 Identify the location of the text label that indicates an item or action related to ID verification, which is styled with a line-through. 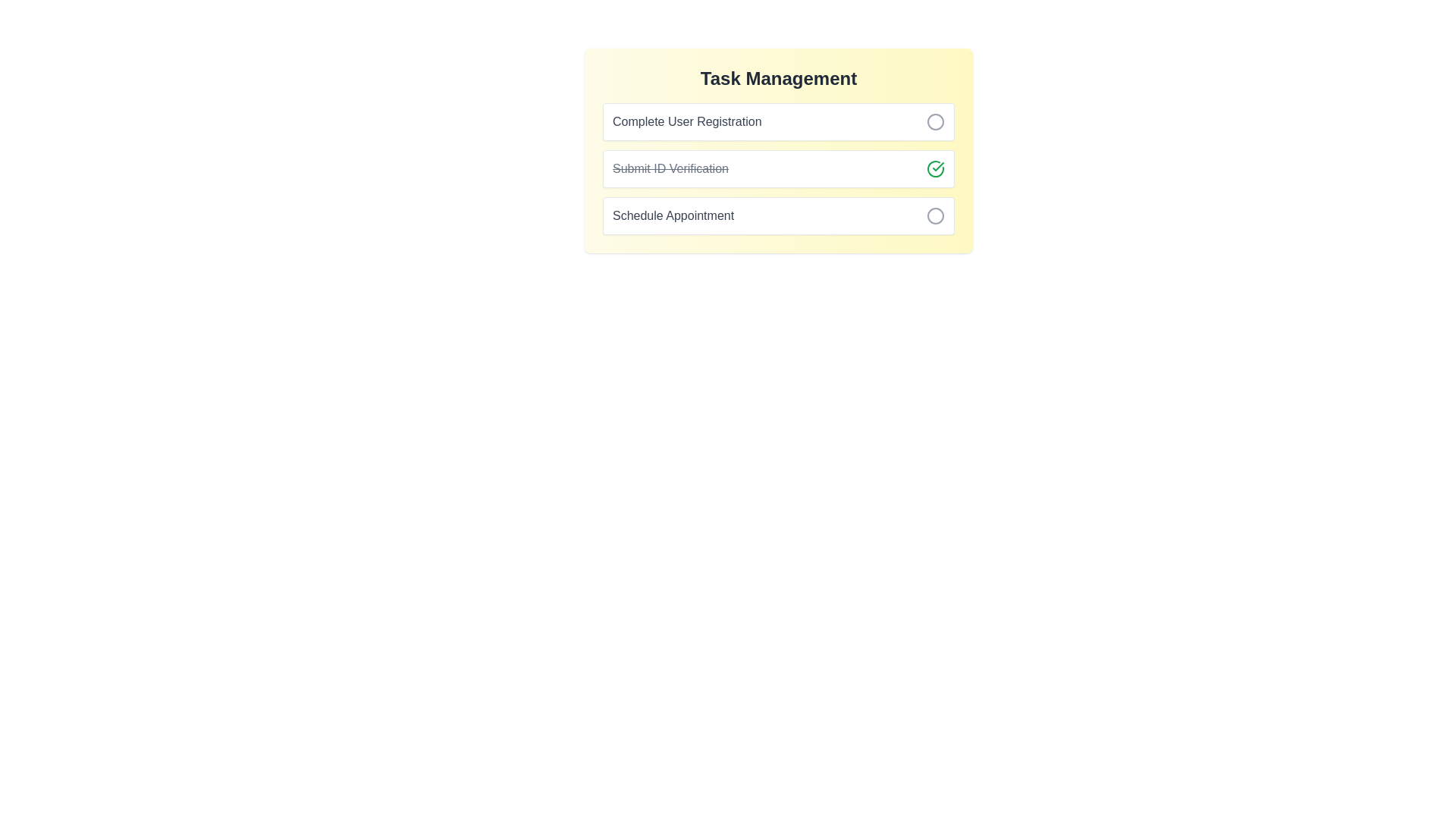
(670, 169).